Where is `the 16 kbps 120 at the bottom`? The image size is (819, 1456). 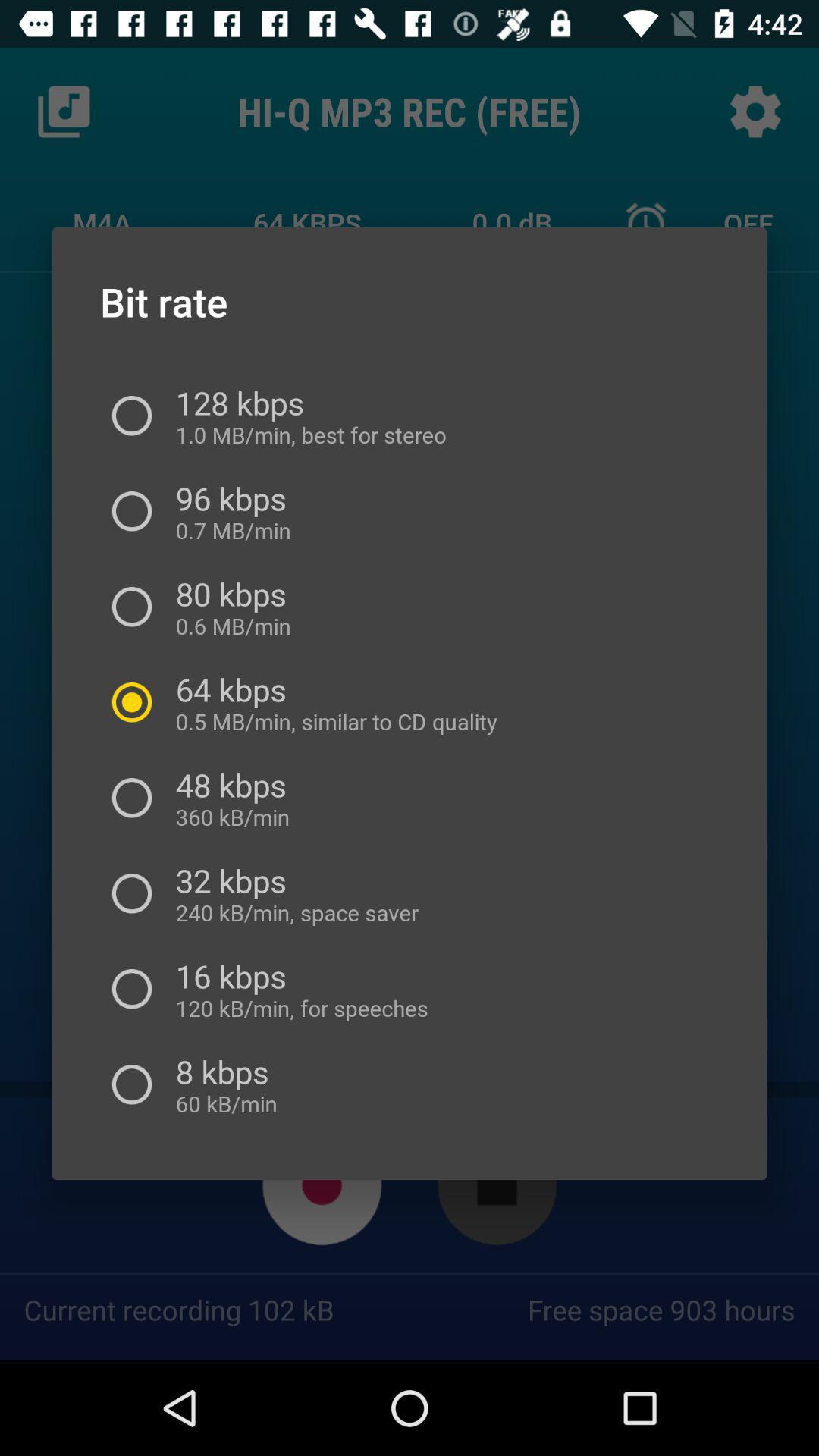 the 16 kbps 120 at the bottom is located at coordinates (296, 989).